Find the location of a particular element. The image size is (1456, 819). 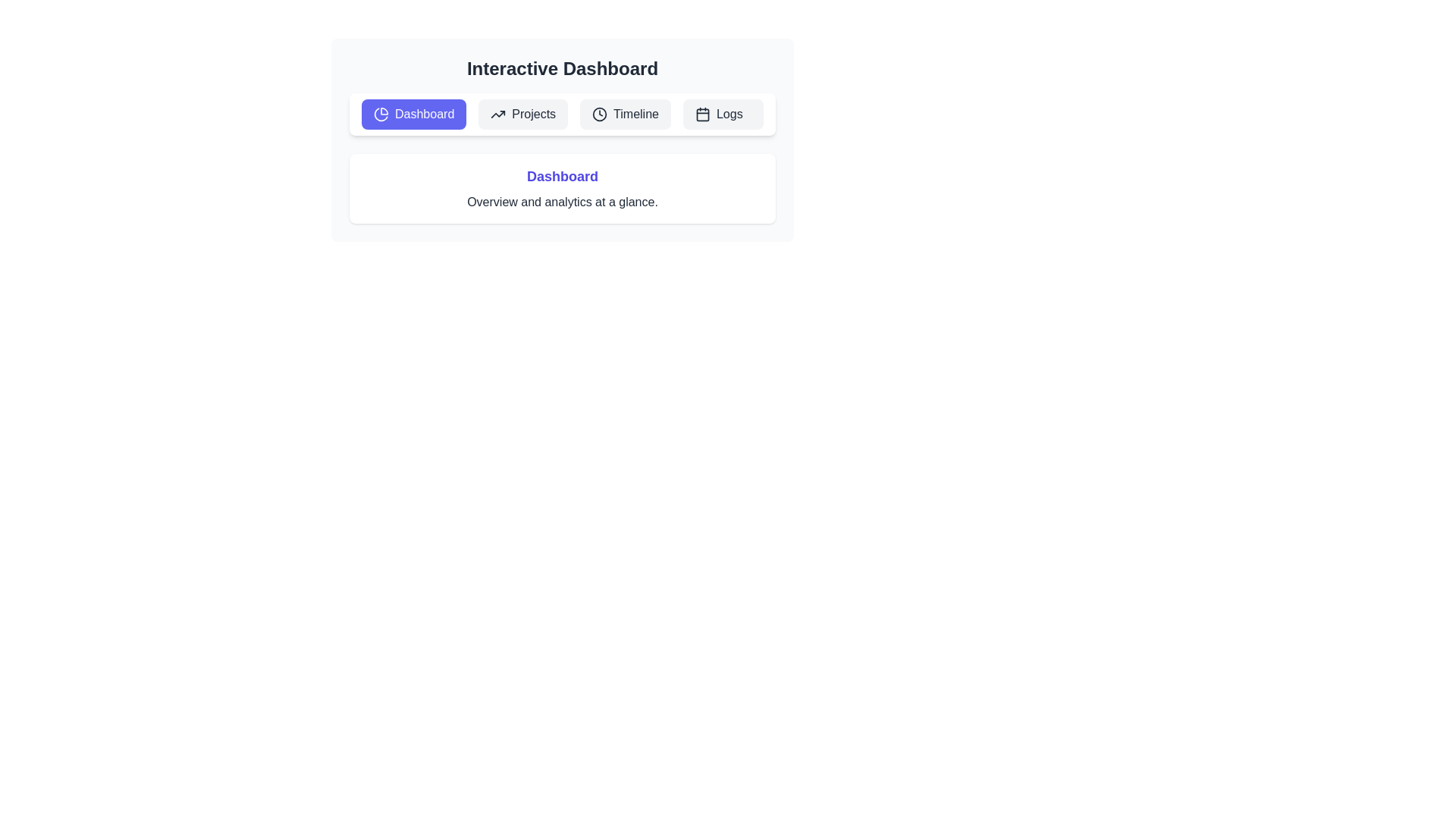

the 'Dashboard' button, which is the leftmost button in the horizontal menu is located at coordinates (381, 113).